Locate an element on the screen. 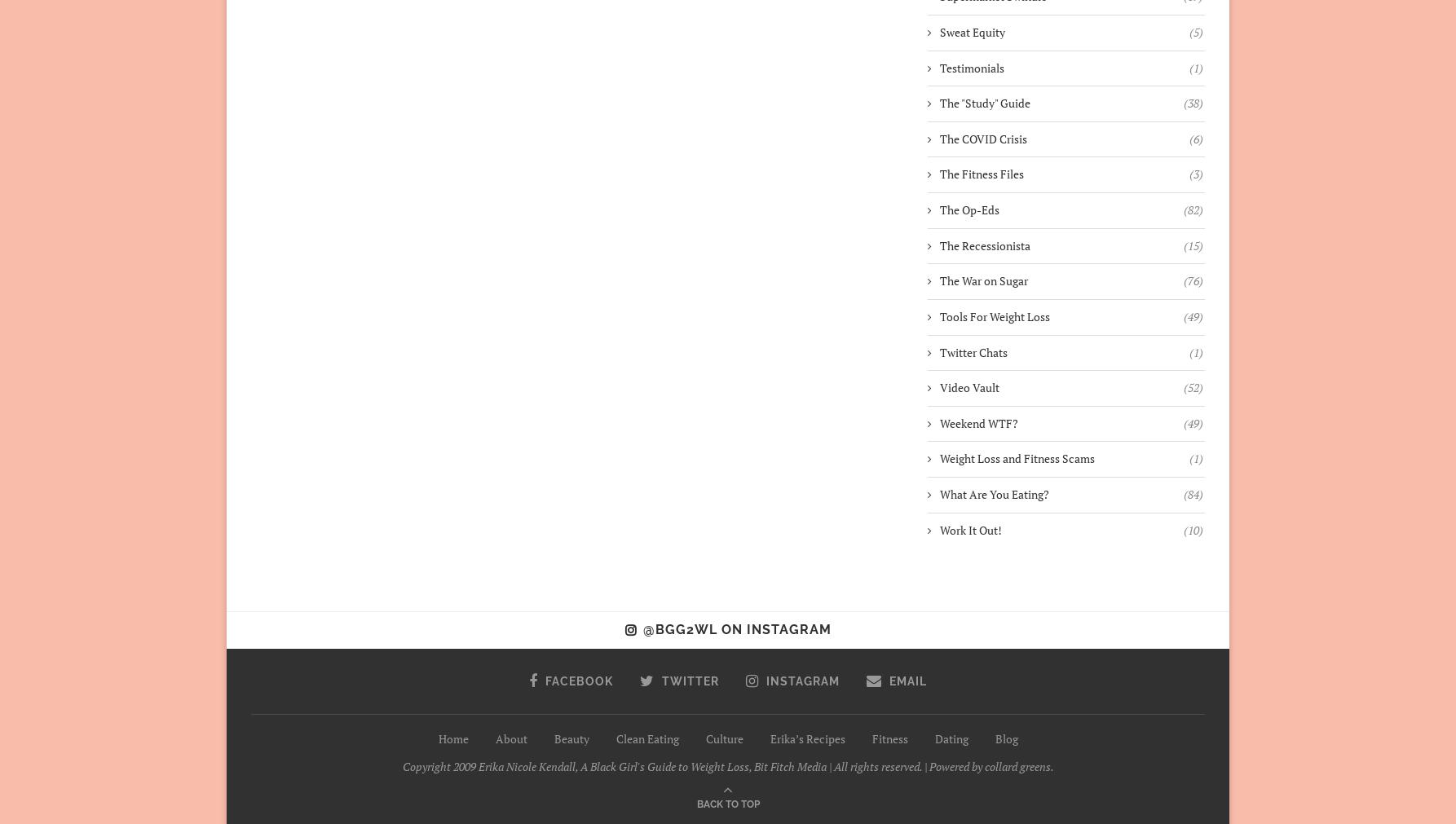  'Erika’s Recipes' is located at coordinates (806, 738).